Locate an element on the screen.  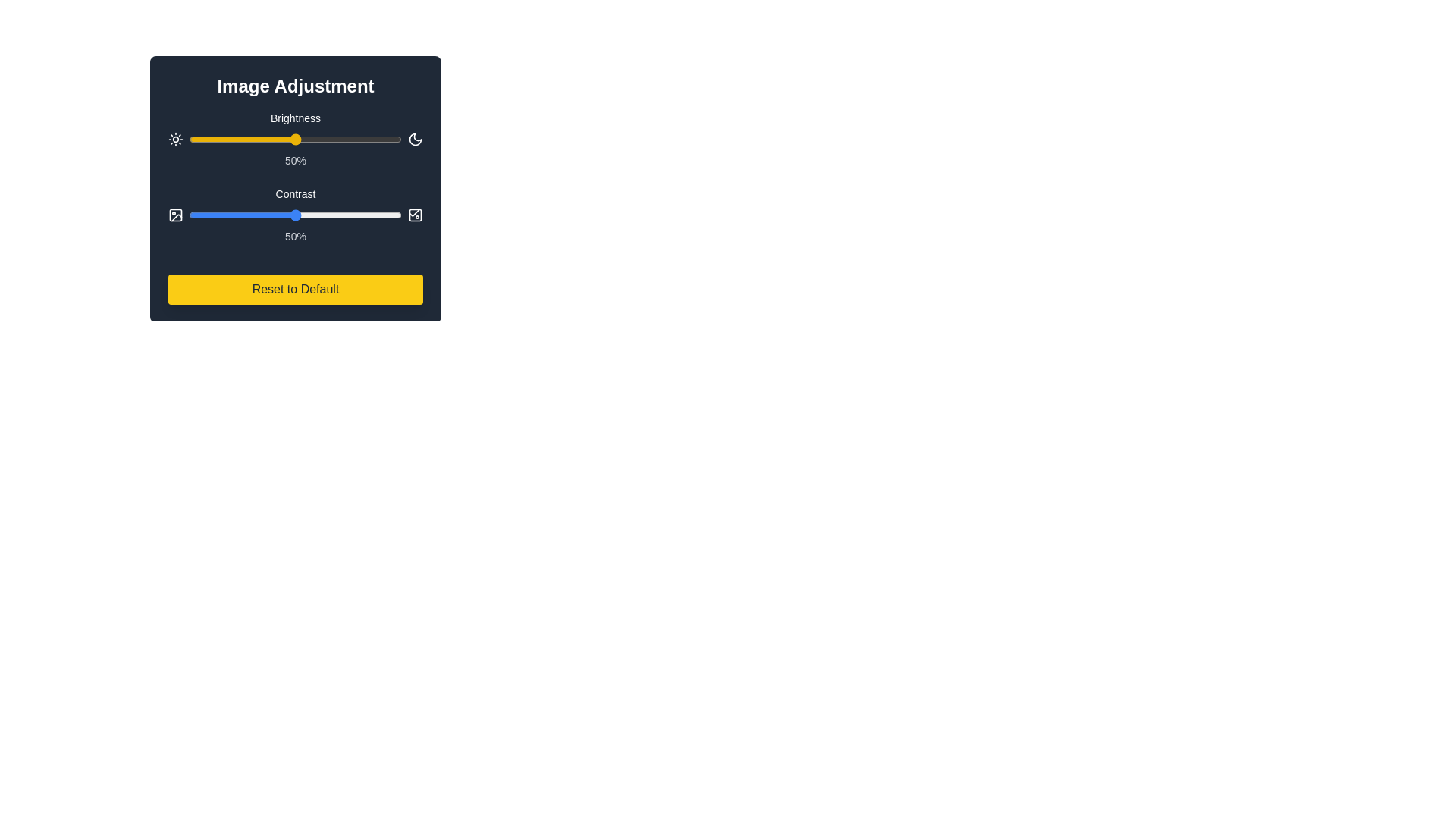
the brightness is located at coordinates (193, 140).